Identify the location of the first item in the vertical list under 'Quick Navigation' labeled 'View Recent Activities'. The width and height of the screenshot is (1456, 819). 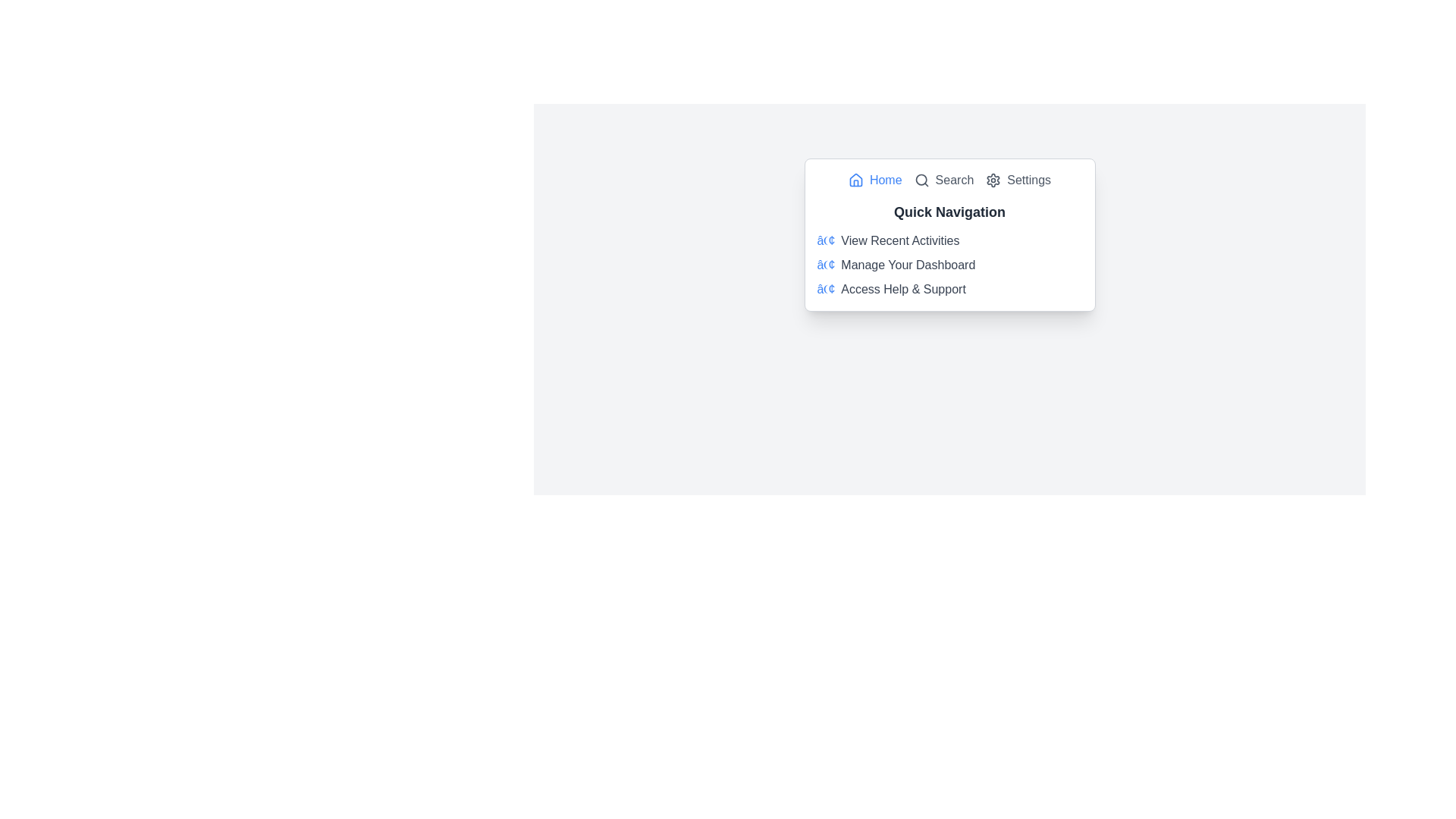
(949, 240).